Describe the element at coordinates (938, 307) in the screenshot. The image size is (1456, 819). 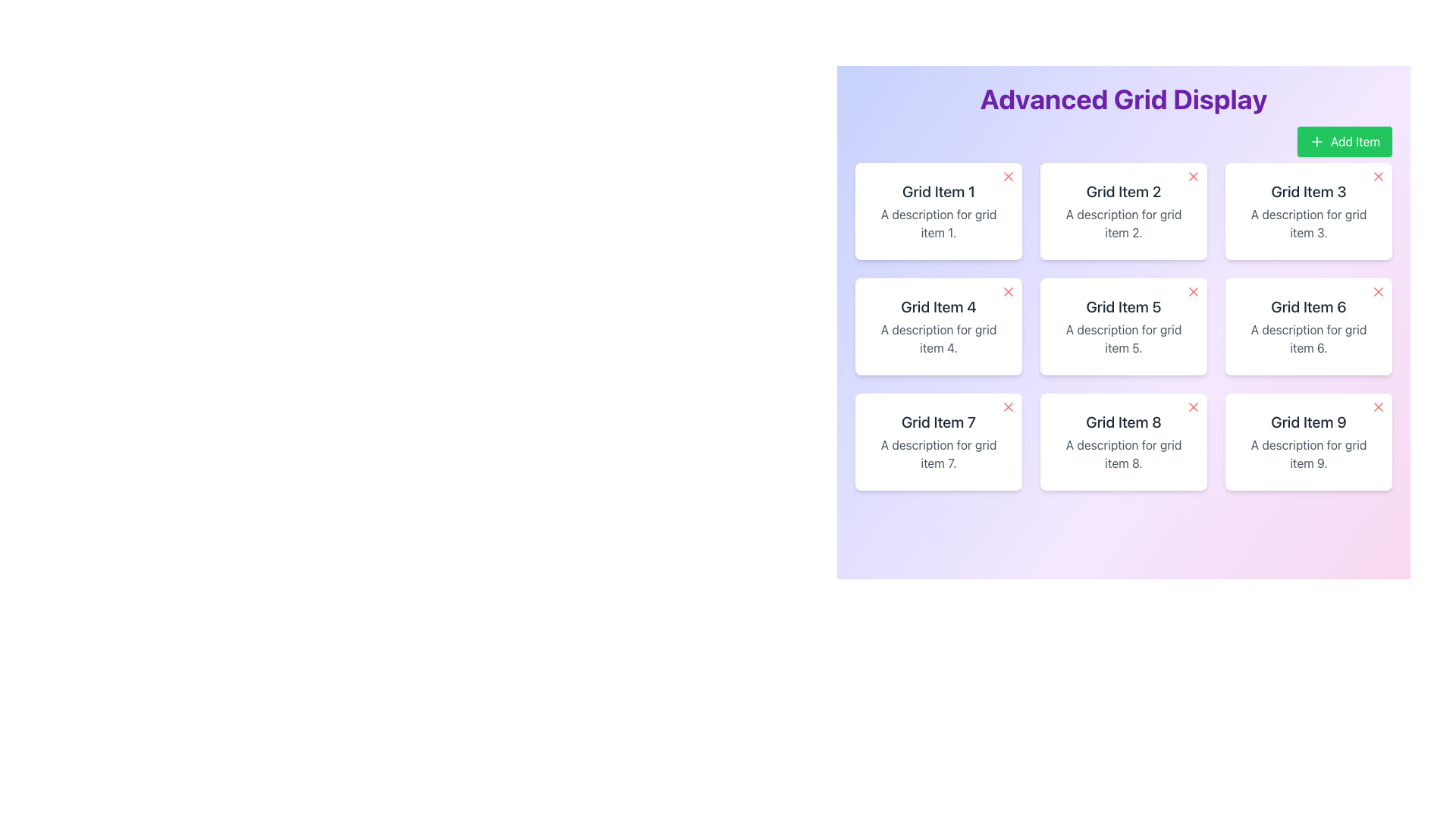
I see `the Text Label element that serves as a title for the card, located in the second column of the second row of the grid layout` at that location.